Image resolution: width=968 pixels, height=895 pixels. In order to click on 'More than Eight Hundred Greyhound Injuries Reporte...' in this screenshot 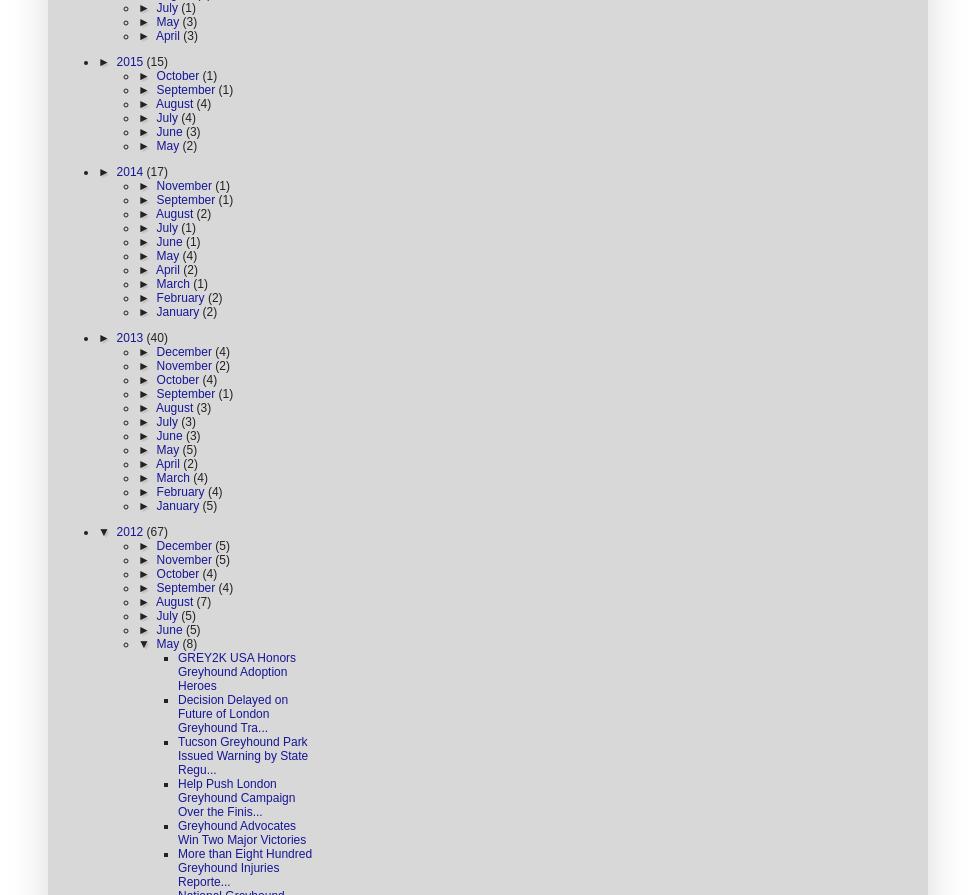, I will do `click(245, 866)`.